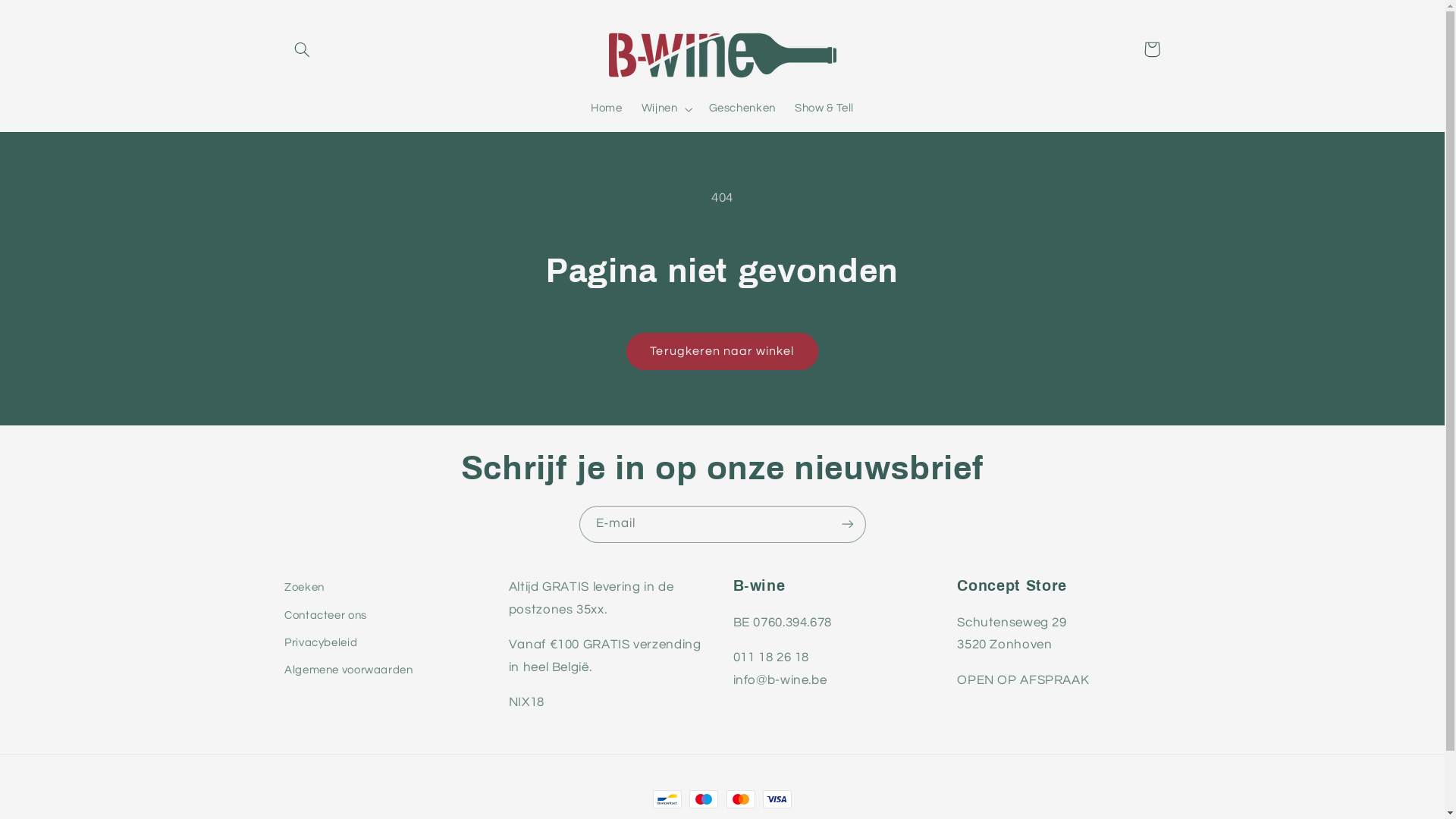 This screenshot has width=1456, height=819. I want to click on 'Geschenken', so click(742, 108).